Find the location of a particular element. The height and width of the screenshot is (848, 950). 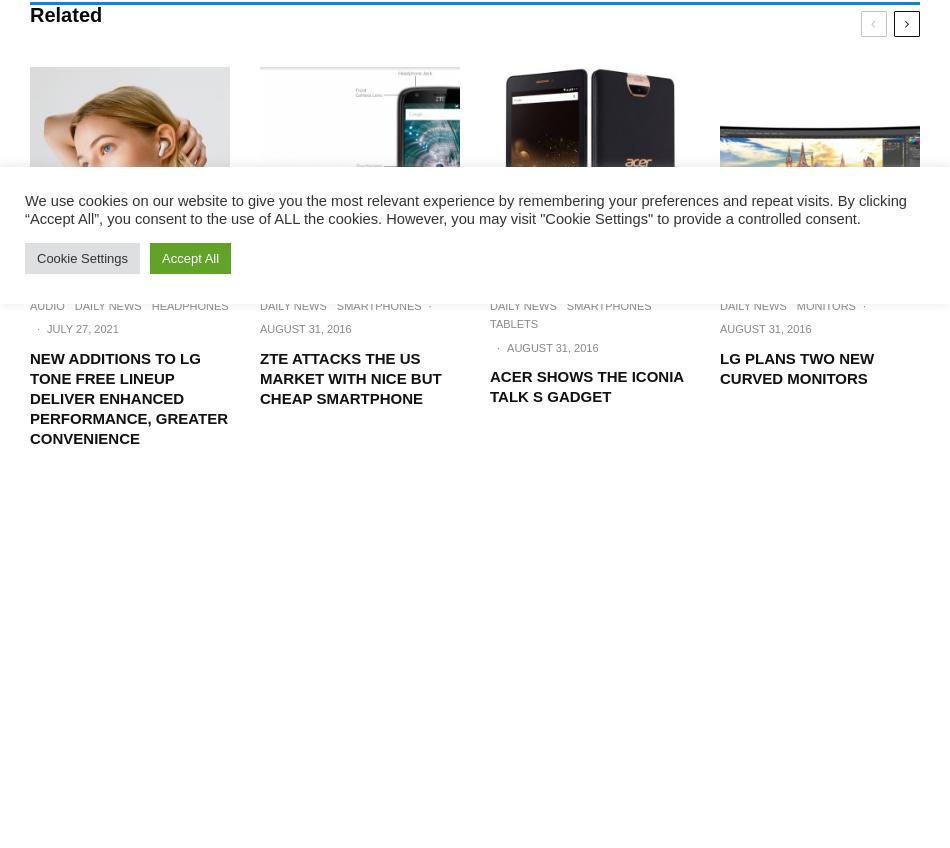

'Contact Us' is located at coordinates (762, 169).